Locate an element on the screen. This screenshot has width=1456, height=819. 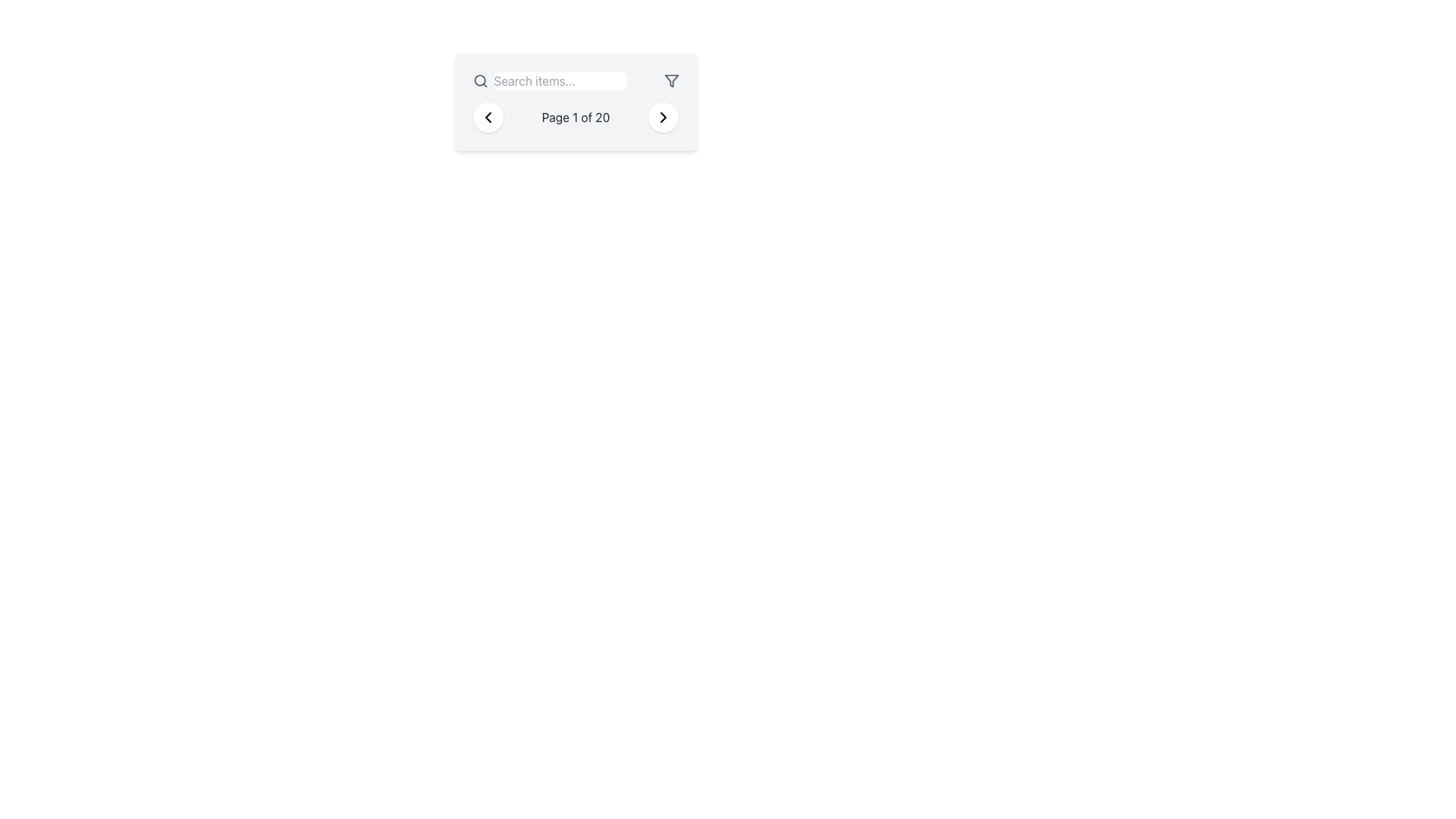
the white circular button with a right-facing arrow icon, which changes to a gray background color when hovered over is located at coordinates (664, 116).